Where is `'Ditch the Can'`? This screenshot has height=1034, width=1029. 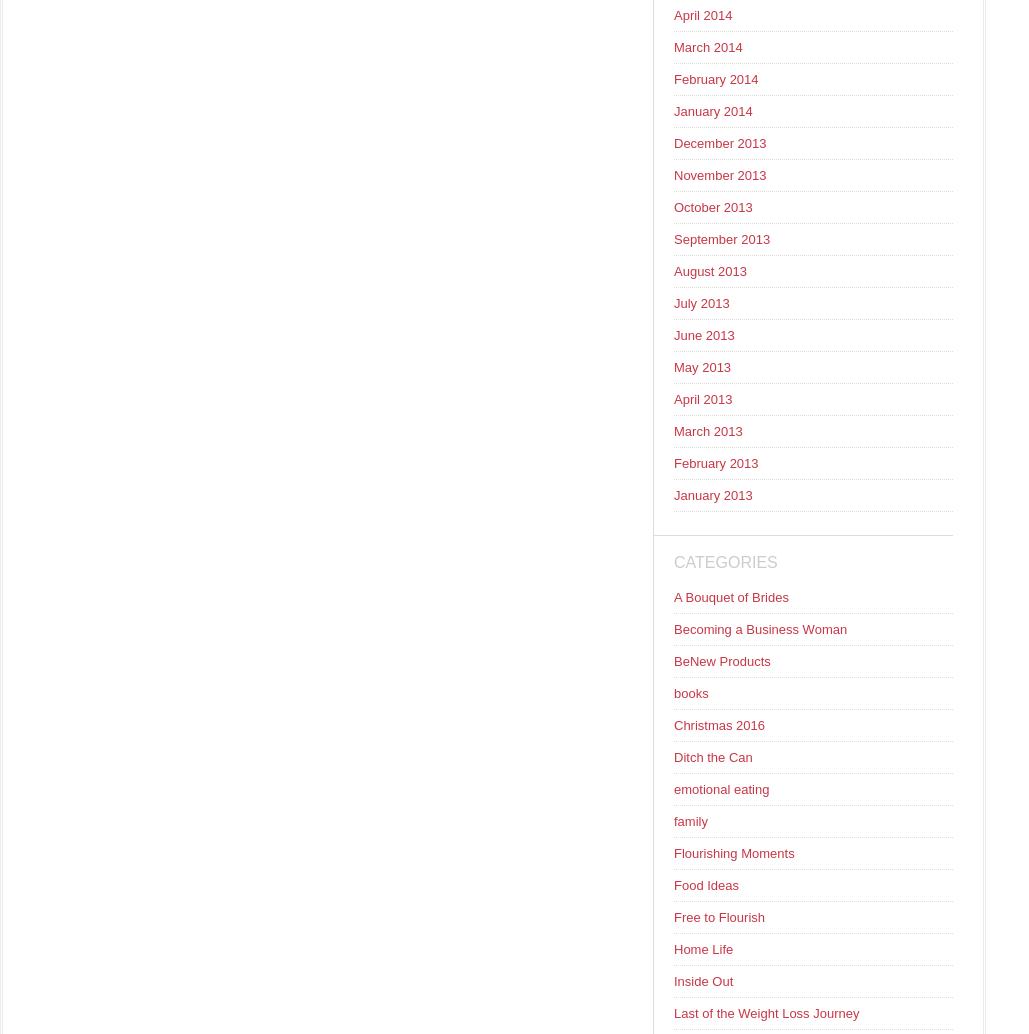
'Ditch the Can' is located at coordinates (711, 757).